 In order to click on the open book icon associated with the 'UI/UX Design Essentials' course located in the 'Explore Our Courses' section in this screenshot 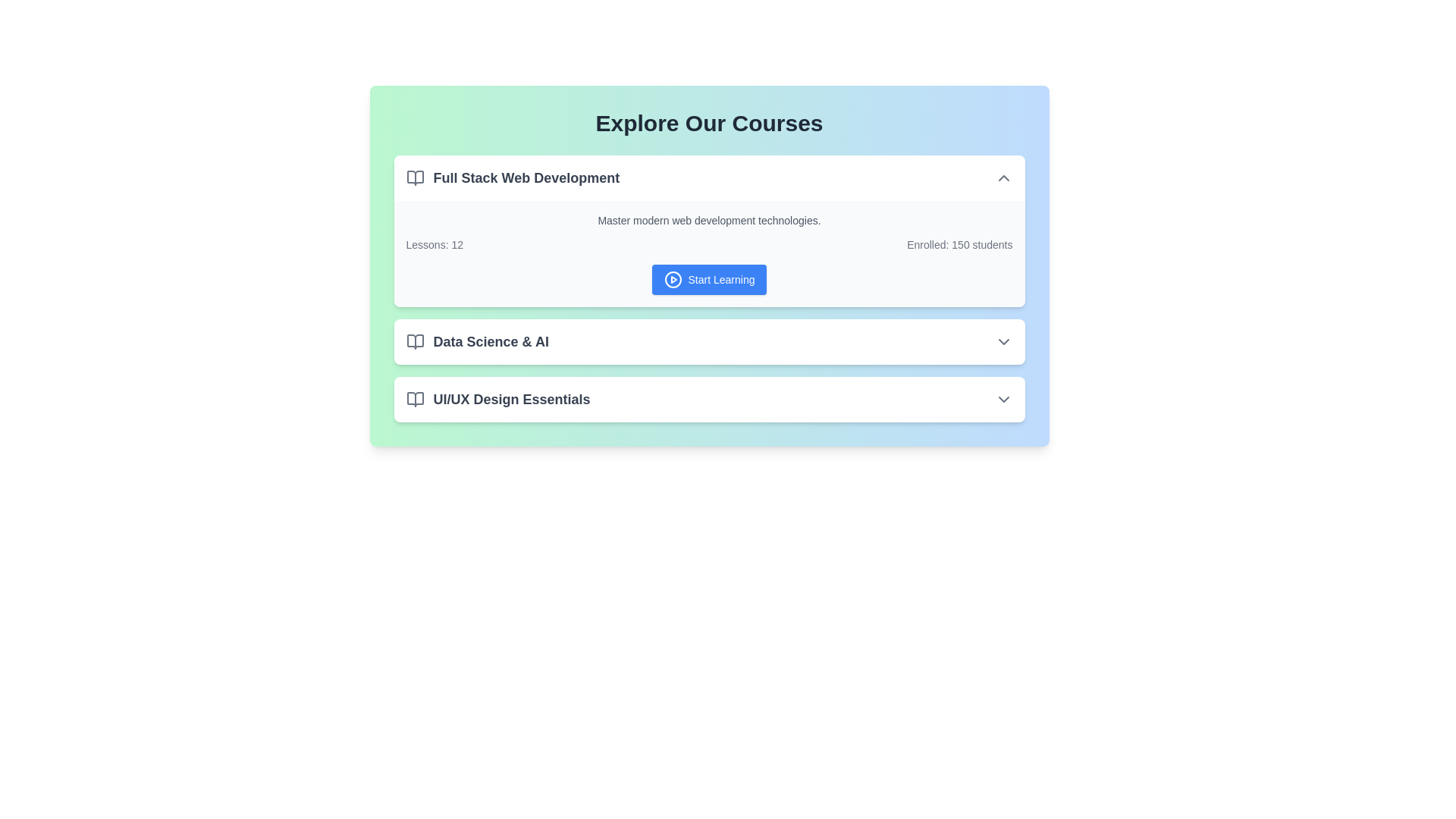, I will do `click(415, 399)`.